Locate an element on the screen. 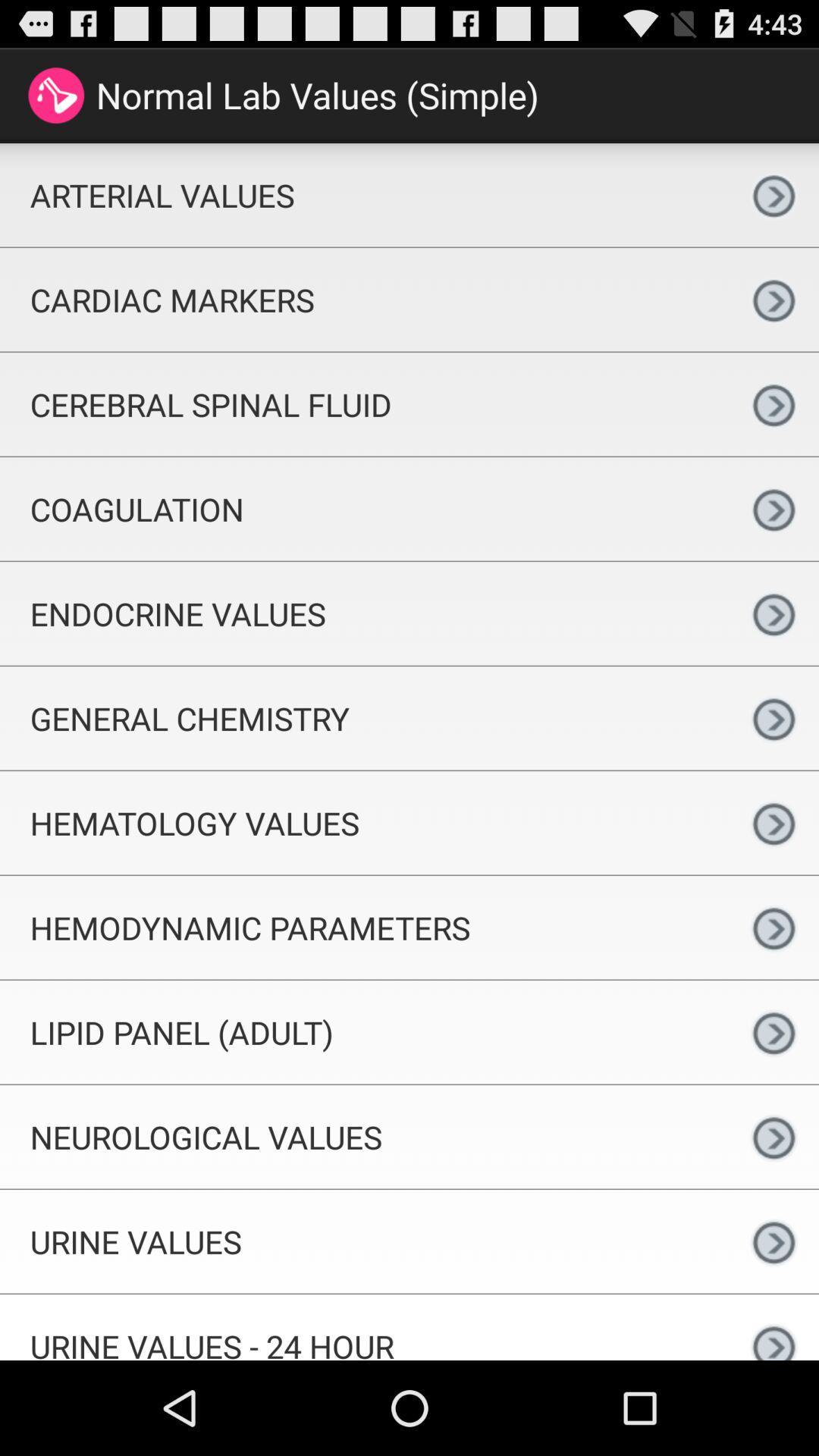  the cardiac markers icon is located at coordinates (364, 300).